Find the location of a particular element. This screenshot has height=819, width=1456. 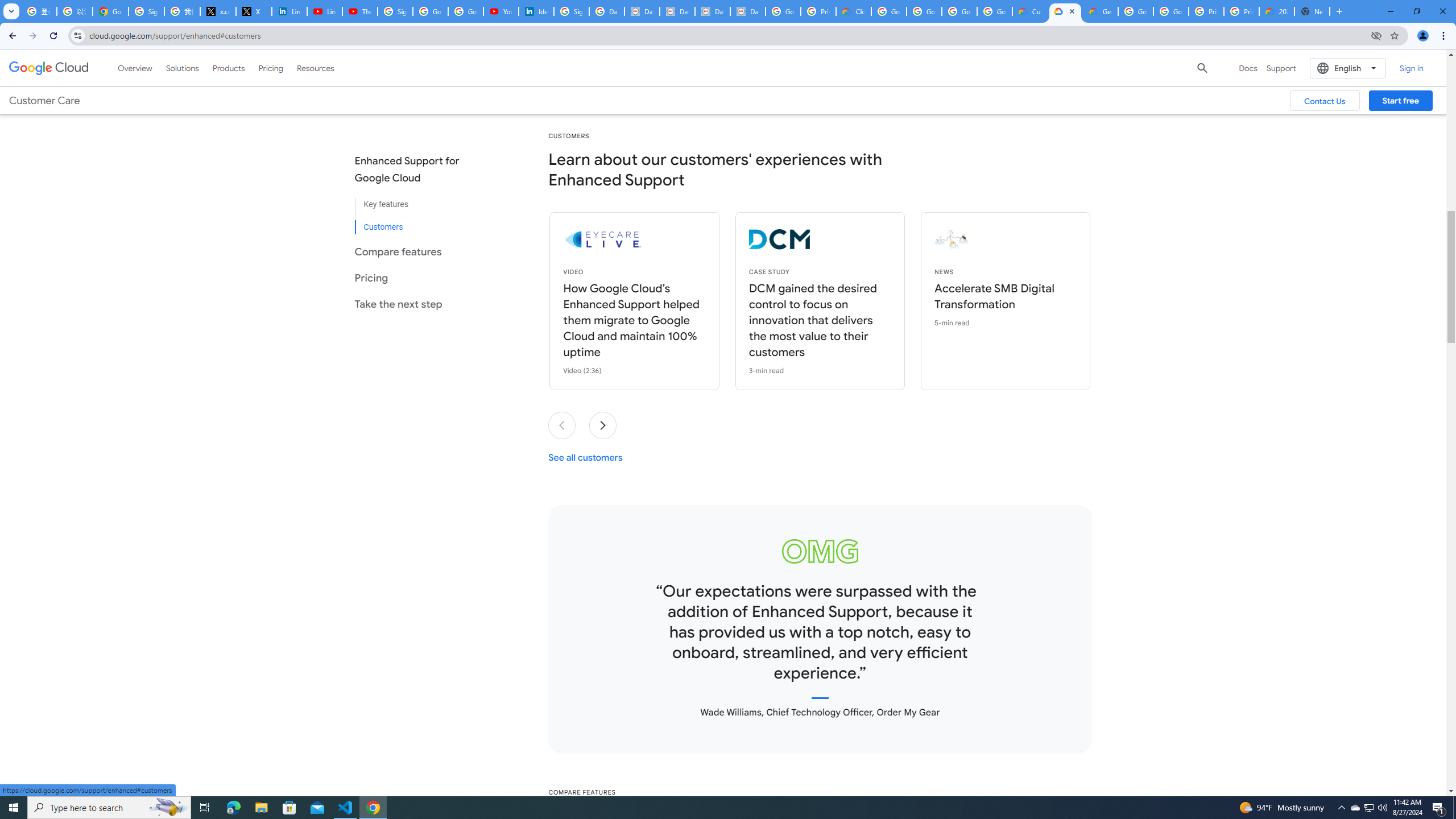

'Products' is located at coordinates (227, 67).